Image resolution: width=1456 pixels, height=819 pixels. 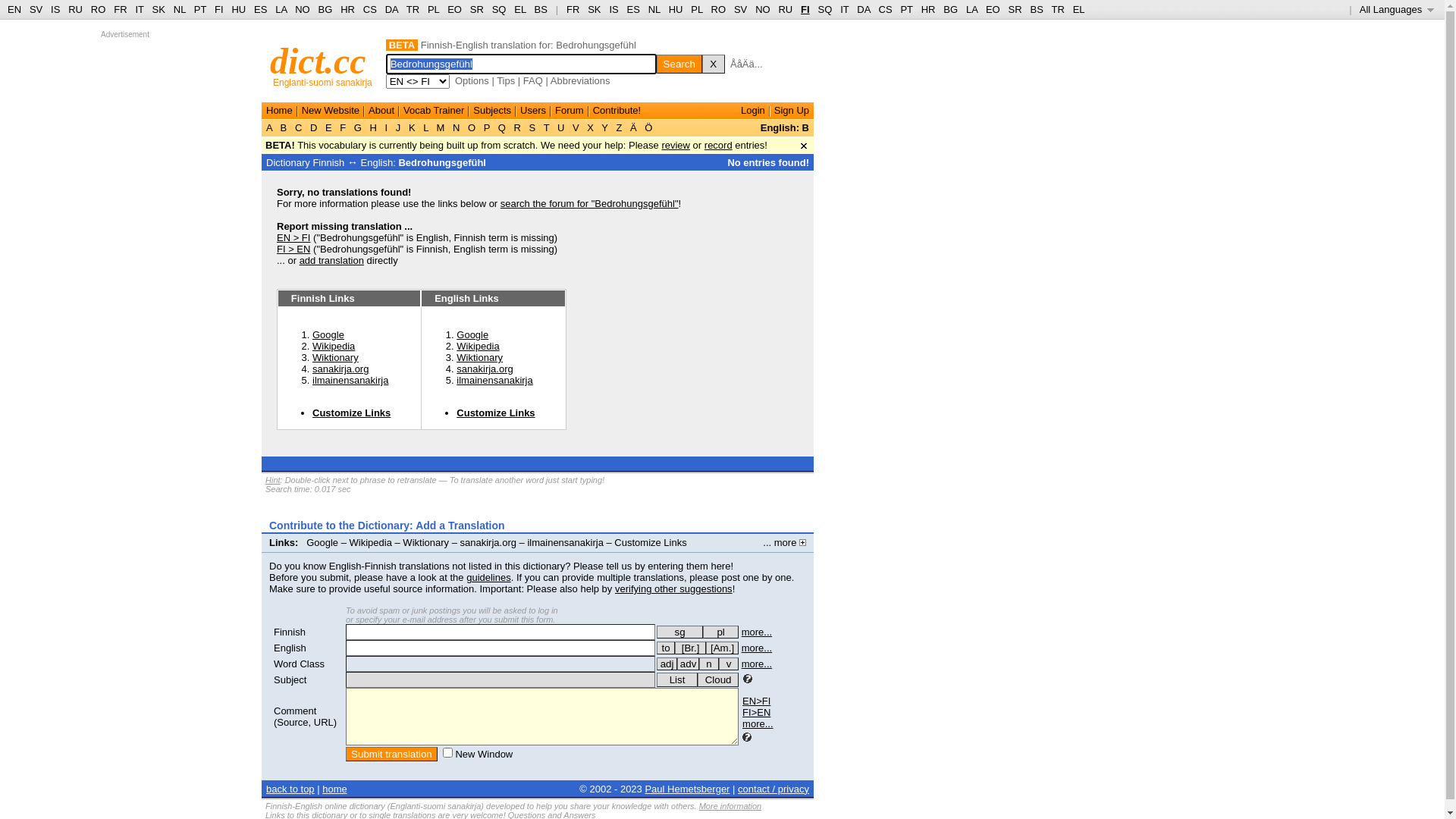 I want to click on 'T', so click(x=541, y=127).